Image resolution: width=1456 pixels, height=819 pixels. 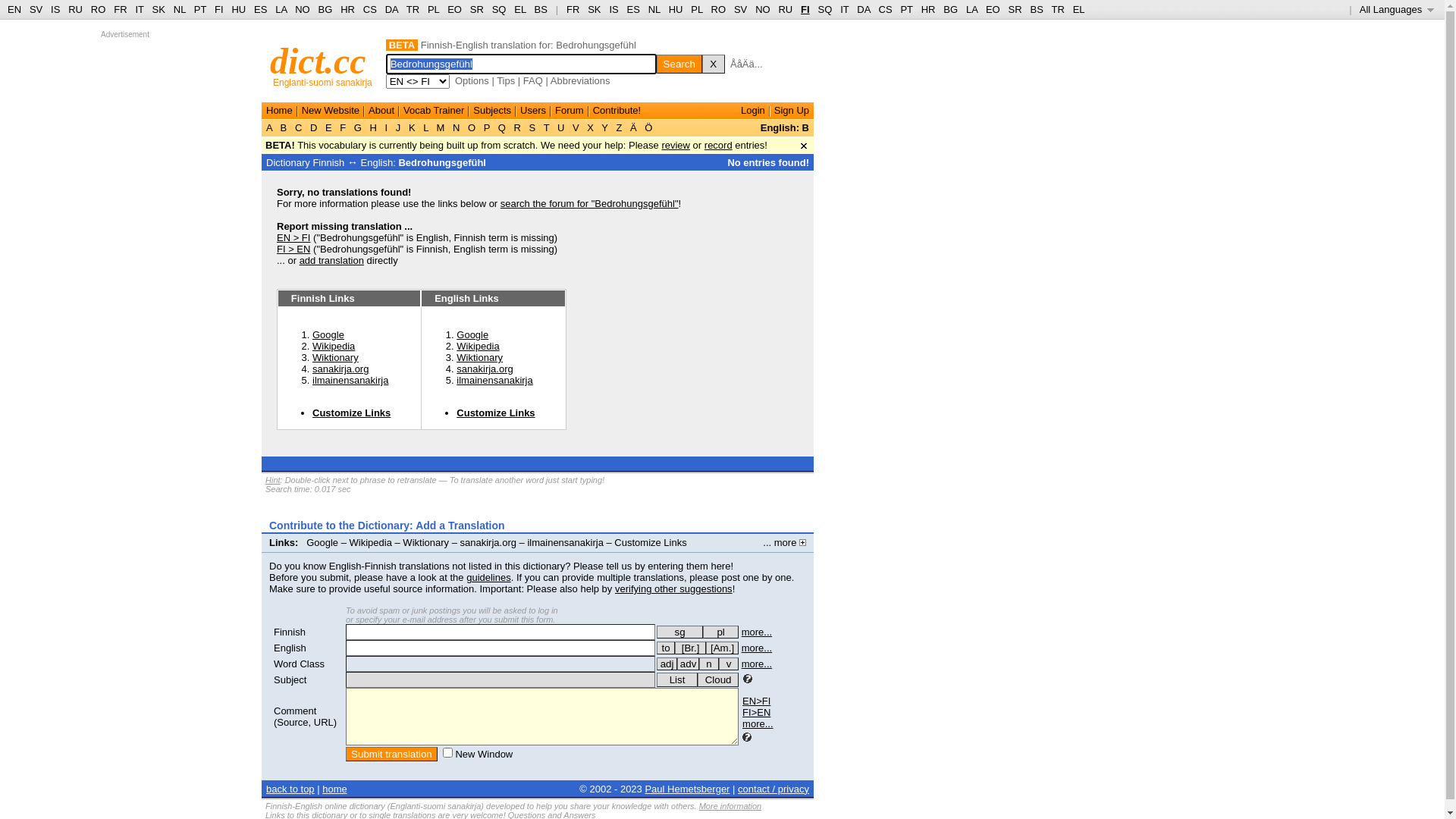 I want to click on 'T', so click(x=541, y=127).